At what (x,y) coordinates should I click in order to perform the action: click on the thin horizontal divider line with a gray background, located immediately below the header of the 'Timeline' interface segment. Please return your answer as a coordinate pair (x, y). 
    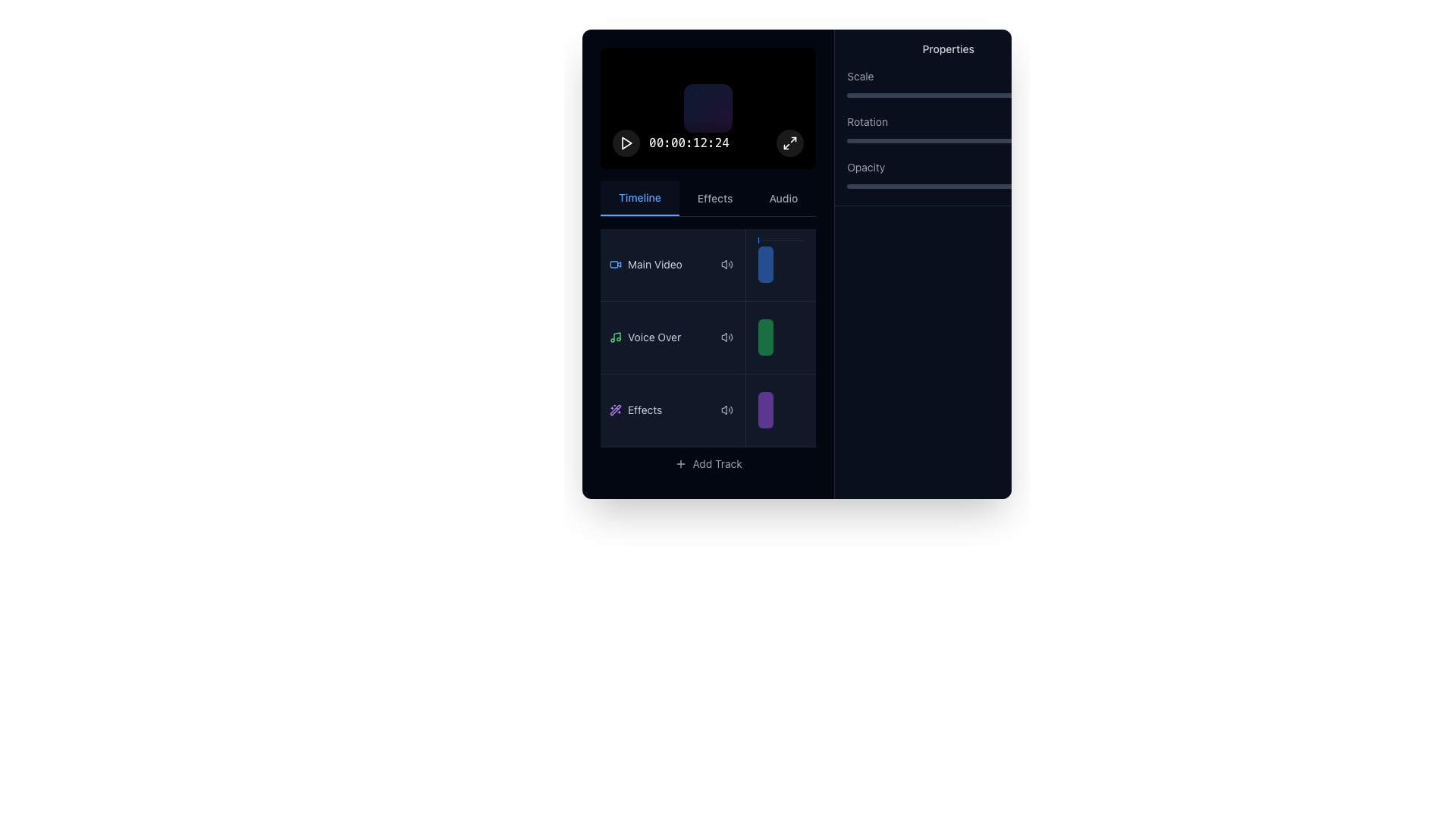
    Looking at the image, I should click on (781, 240).